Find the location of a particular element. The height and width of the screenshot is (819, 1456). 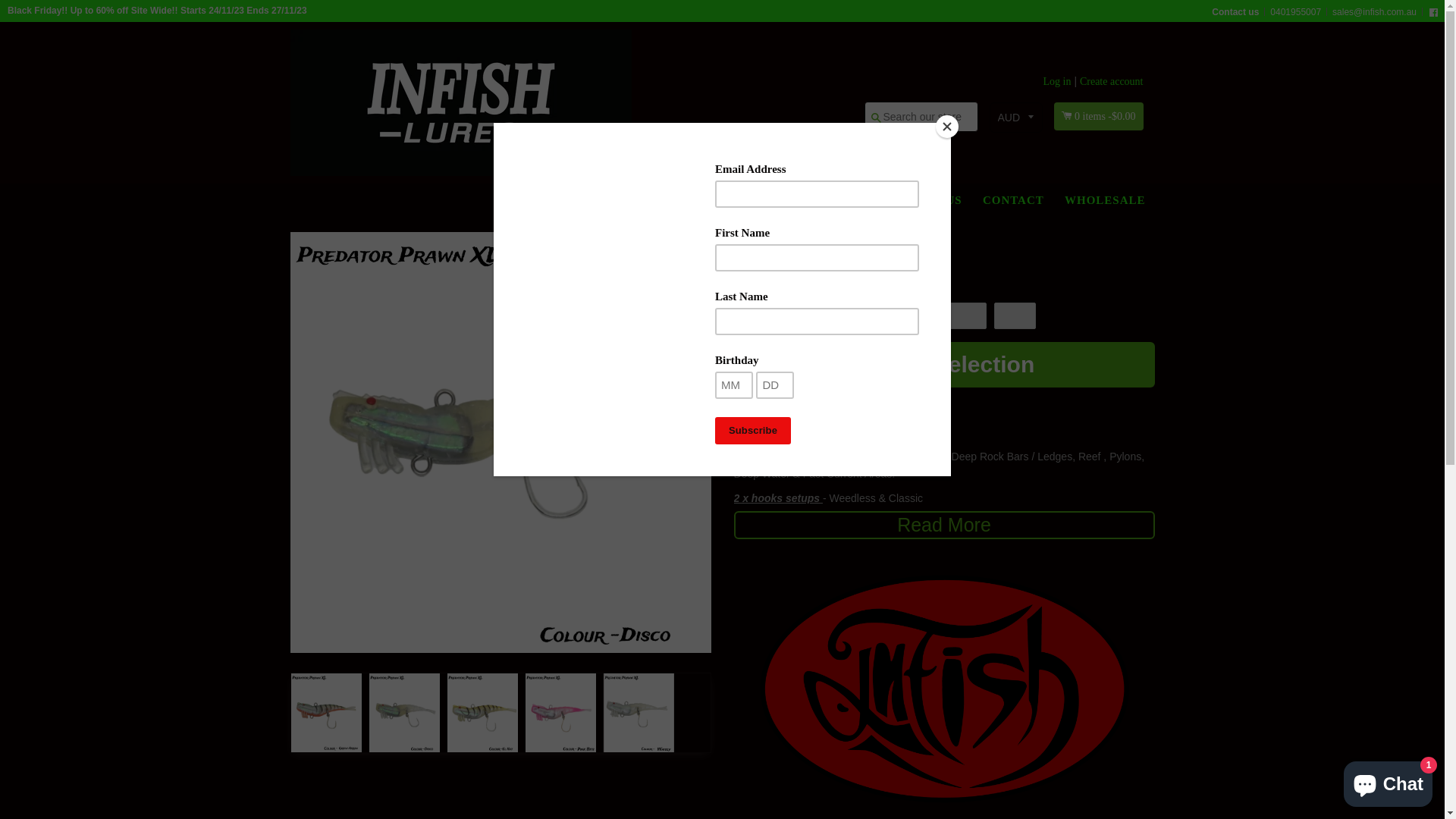

'WHOLESALE' is located at coordinates (1105, 199).